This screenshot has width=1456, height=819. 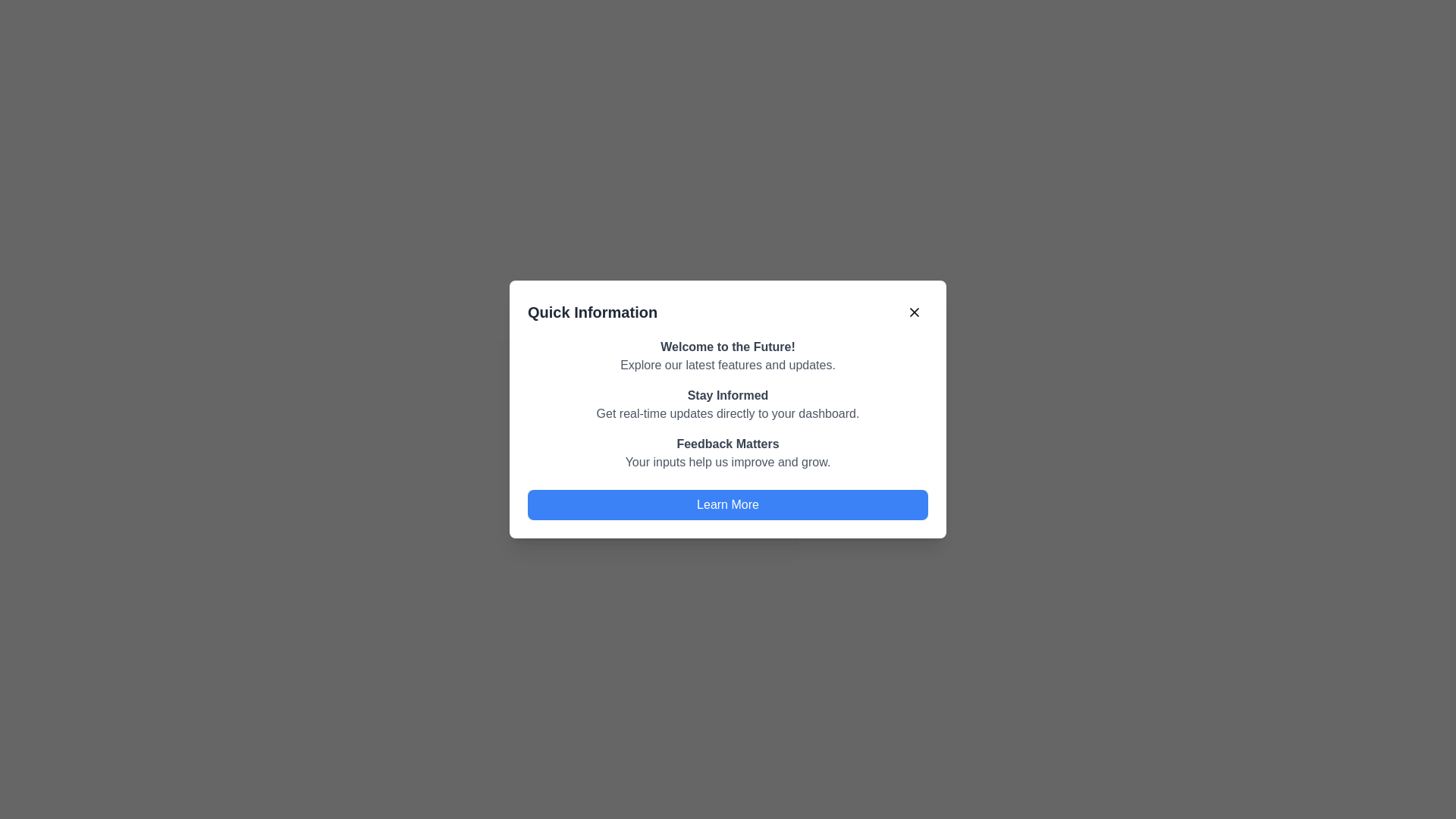 What do you see at coordinates (728, 347) in the screenshot?
I see `the welcoming header text located at the top of the 'Quick Information' modal` at bounding box center [728, 347].